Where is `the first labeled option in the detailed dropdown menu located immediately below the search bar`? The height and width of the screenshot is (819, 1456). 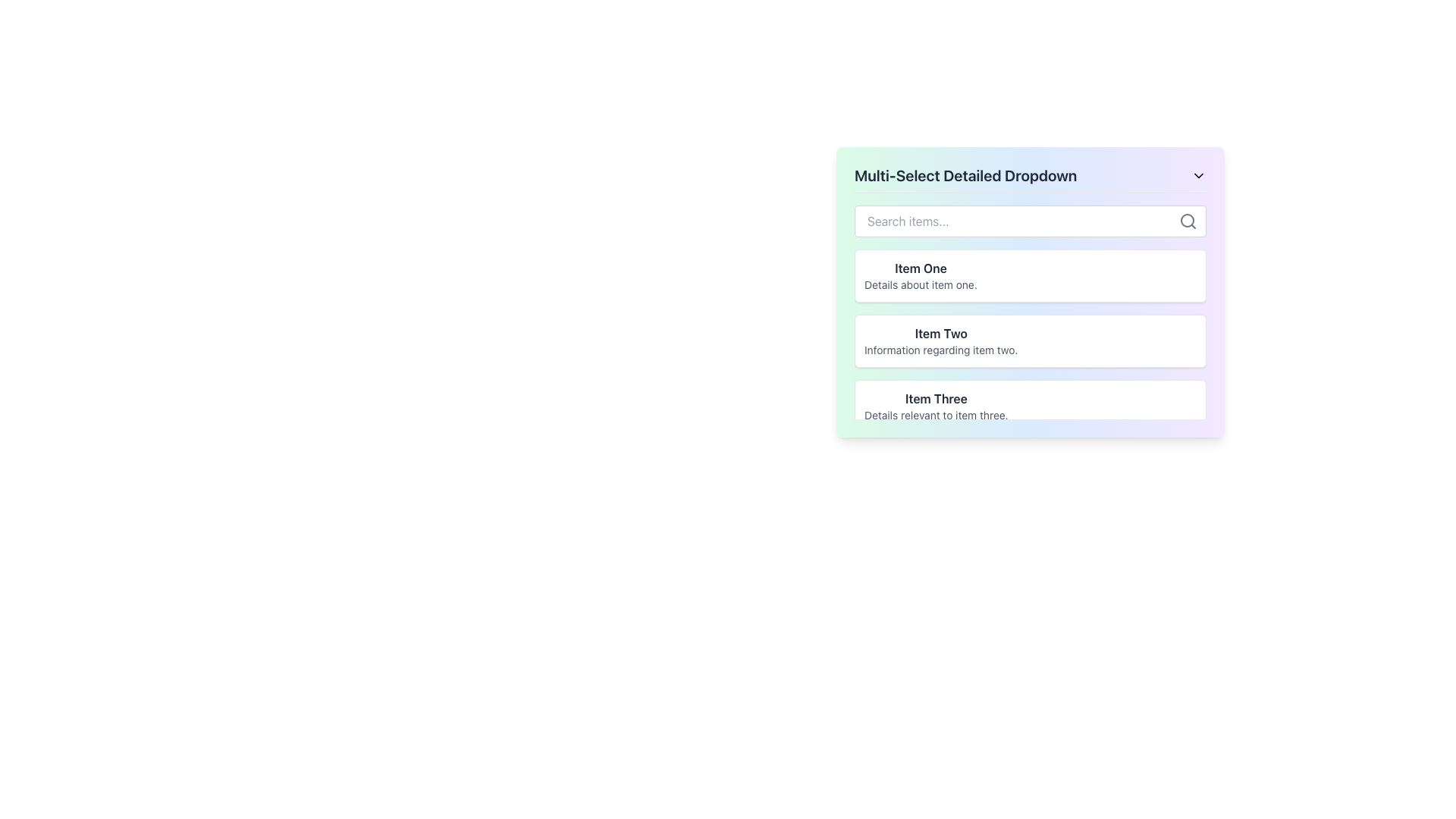
the first labeled option in the detailed dropdown menu located immediately below the search bar is located at coordinates (920, 275).